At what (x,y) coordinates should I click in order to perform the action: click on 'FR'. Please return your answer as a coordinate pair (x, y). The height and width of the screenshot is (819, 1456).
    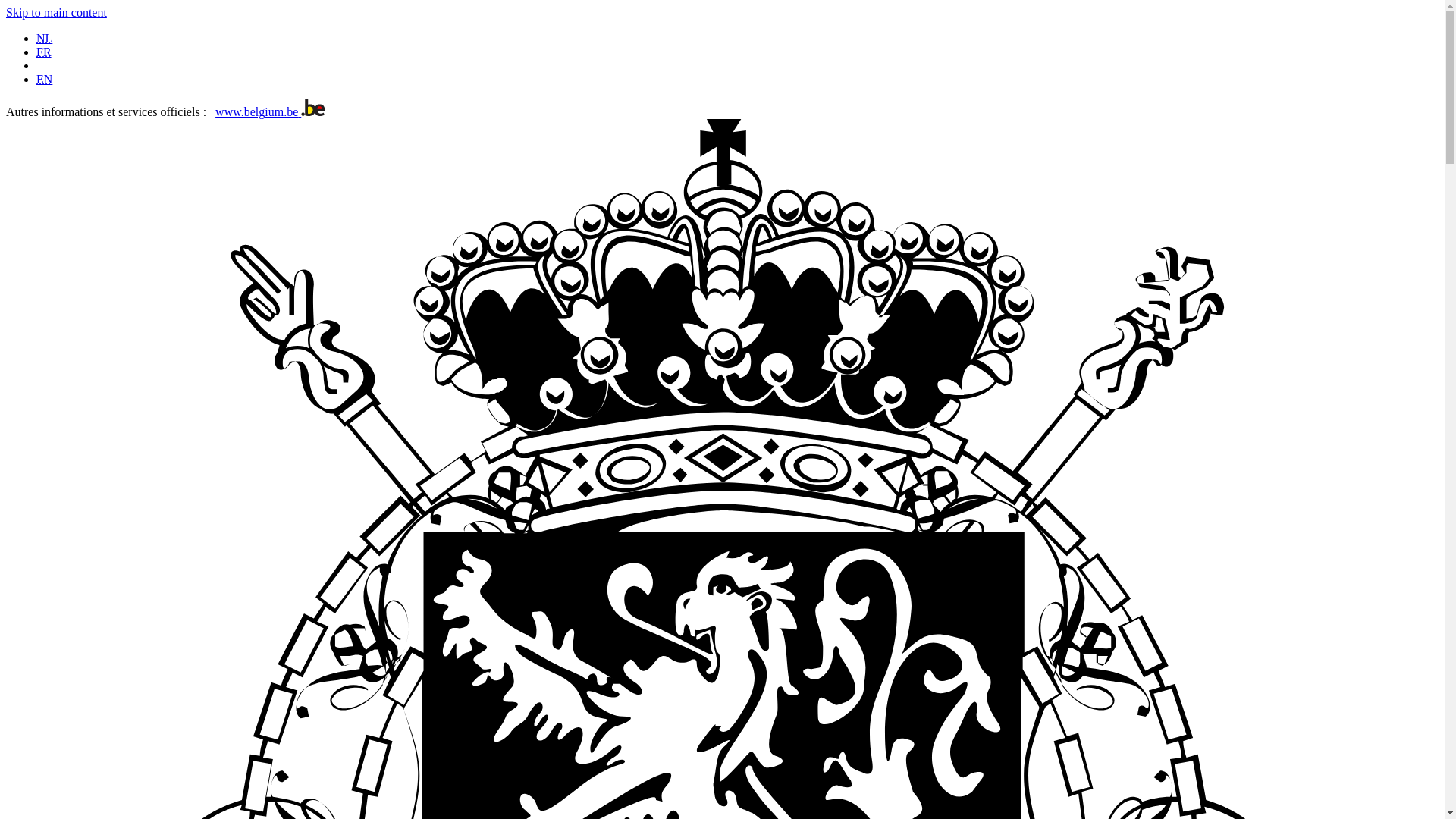
    Looking at the image, I should click on (43, 51).